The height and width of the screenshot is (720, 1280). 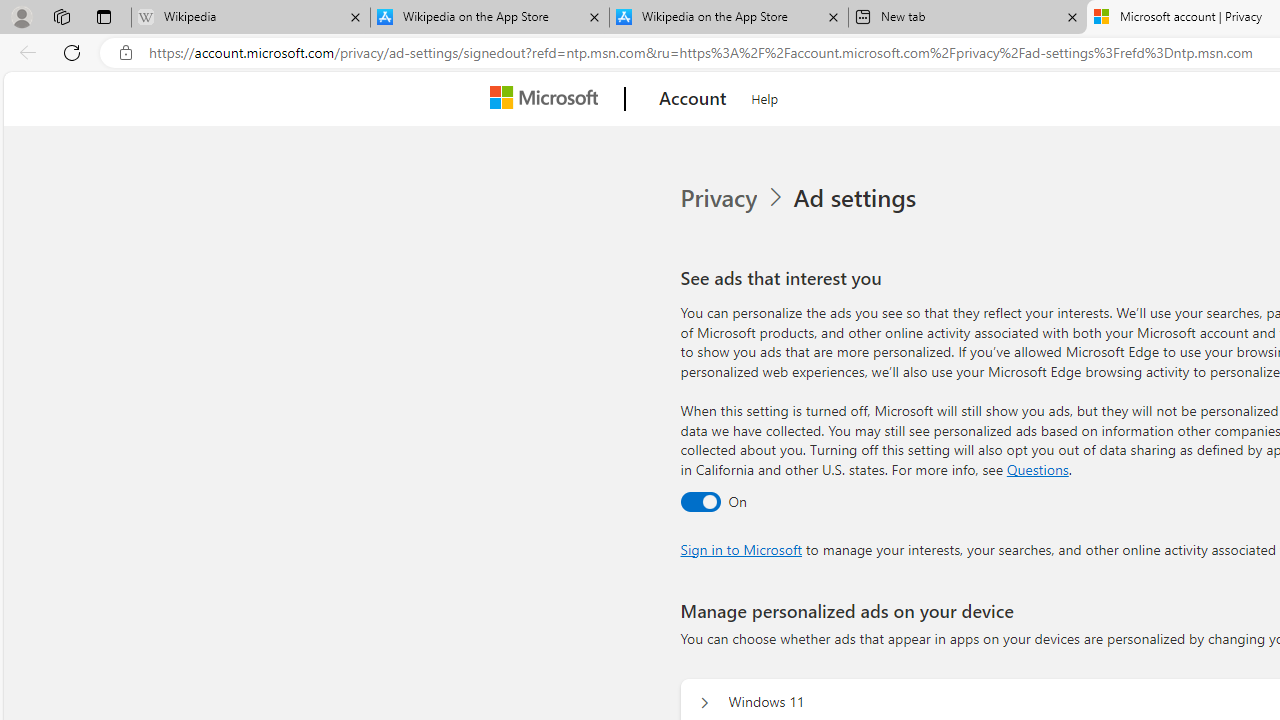 I want to click on 'Manage personalized ads on your device Windows 11', so click(x=704, y=702).